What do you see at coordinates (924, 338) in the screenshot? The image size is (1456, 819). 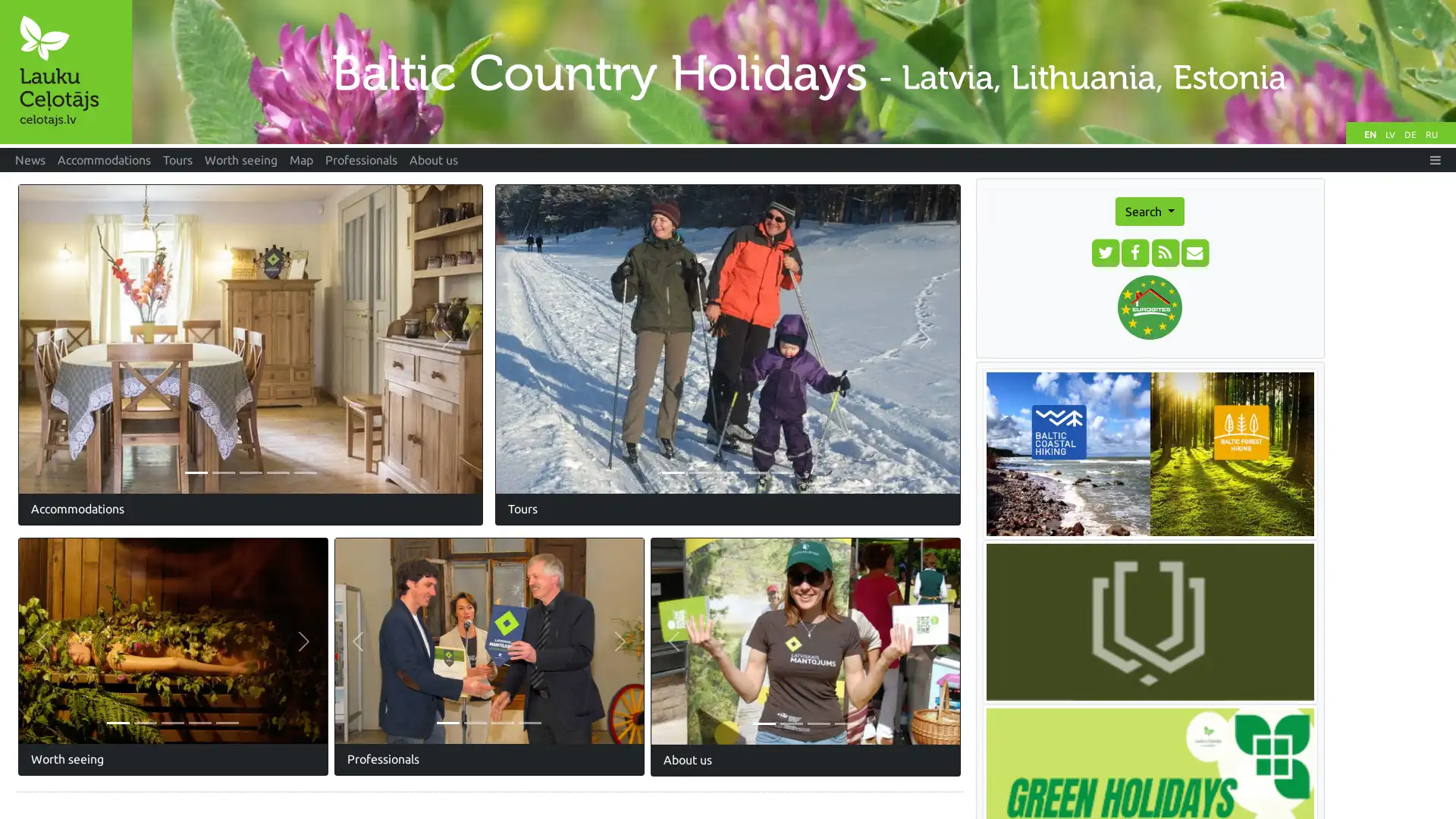 I see `Next` at bounding box center [924, 338].